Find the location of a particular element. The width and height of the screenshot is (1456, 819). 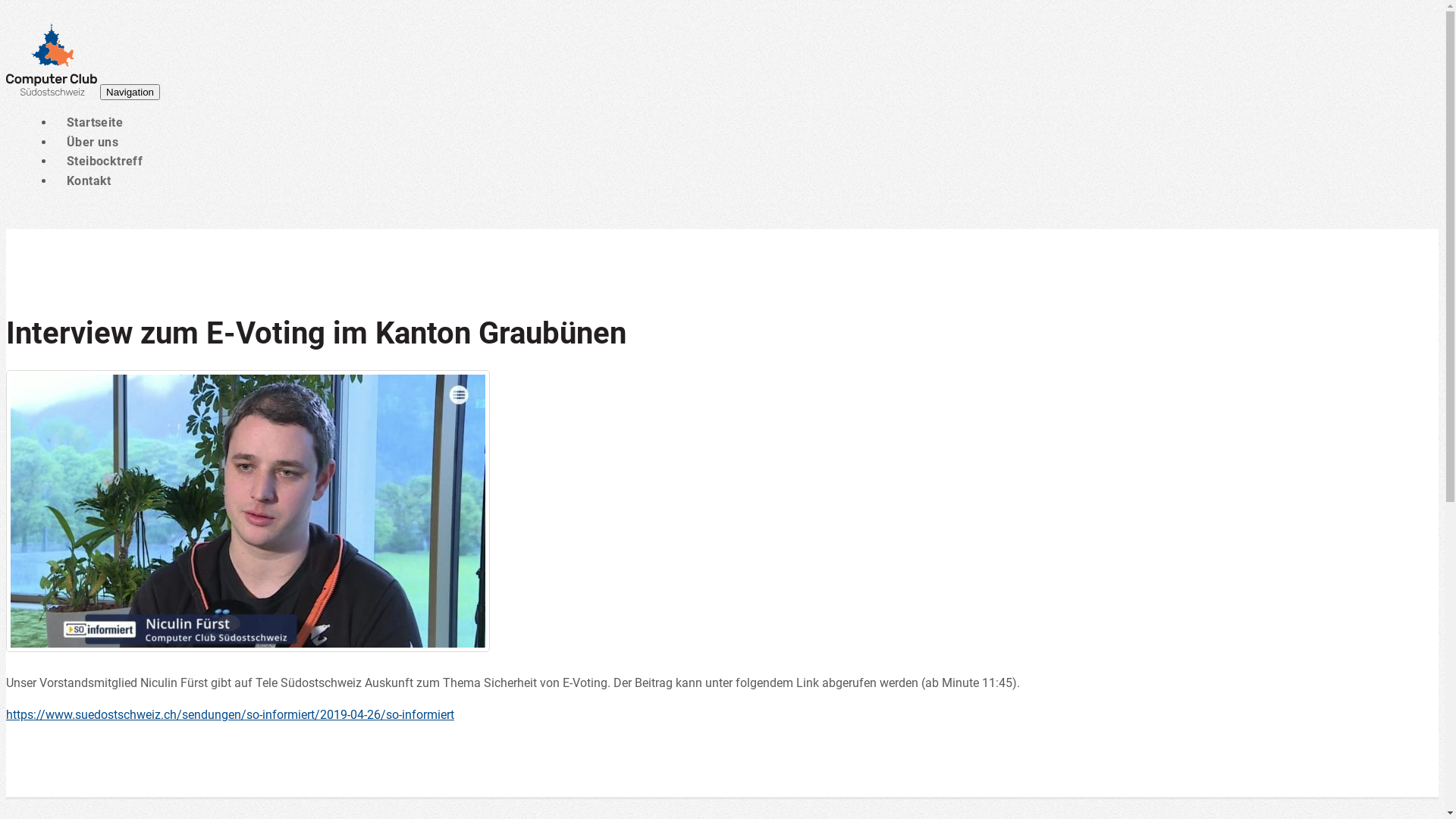

'Kontakt' is located at coordinates (55, 180).